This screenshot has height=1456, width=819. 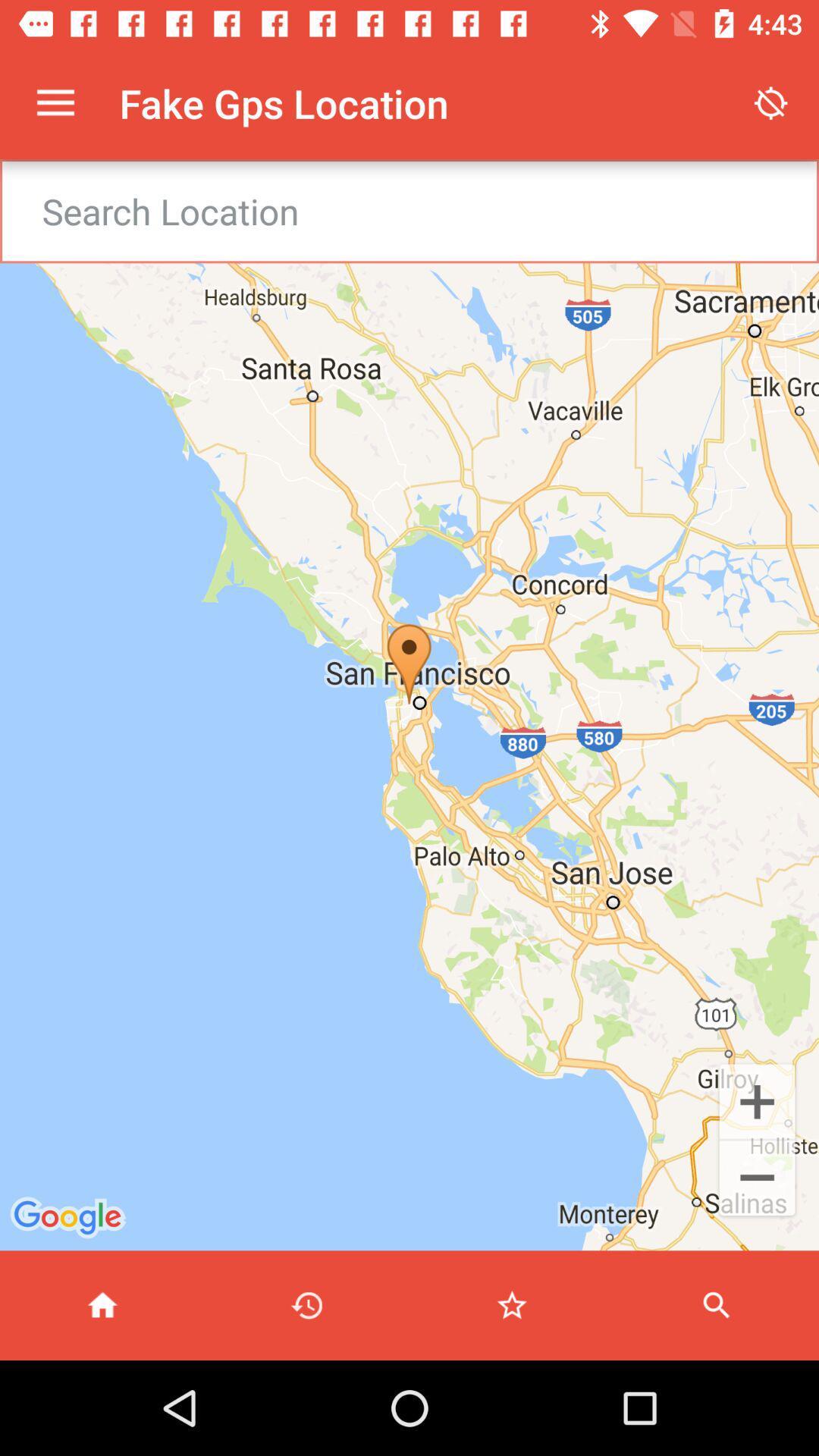 I want to click on app to the right of the fake gps location item, so click(x=771, y=102).